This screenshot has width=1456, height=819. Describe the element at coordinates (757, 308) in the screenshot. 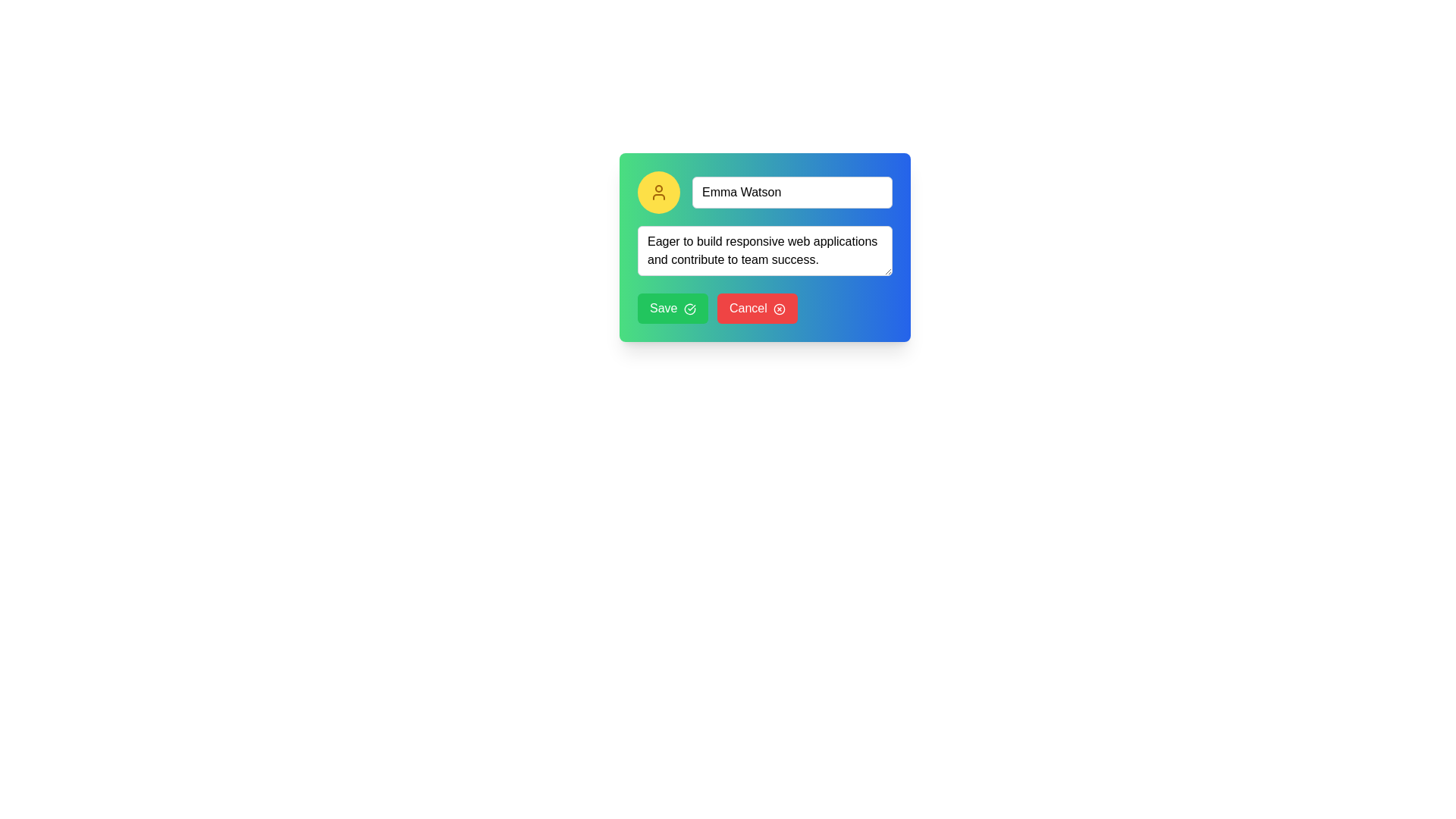

I see `the cancel button located to the right of the green 'Save' button at the bottom of the central card interface` at that location.